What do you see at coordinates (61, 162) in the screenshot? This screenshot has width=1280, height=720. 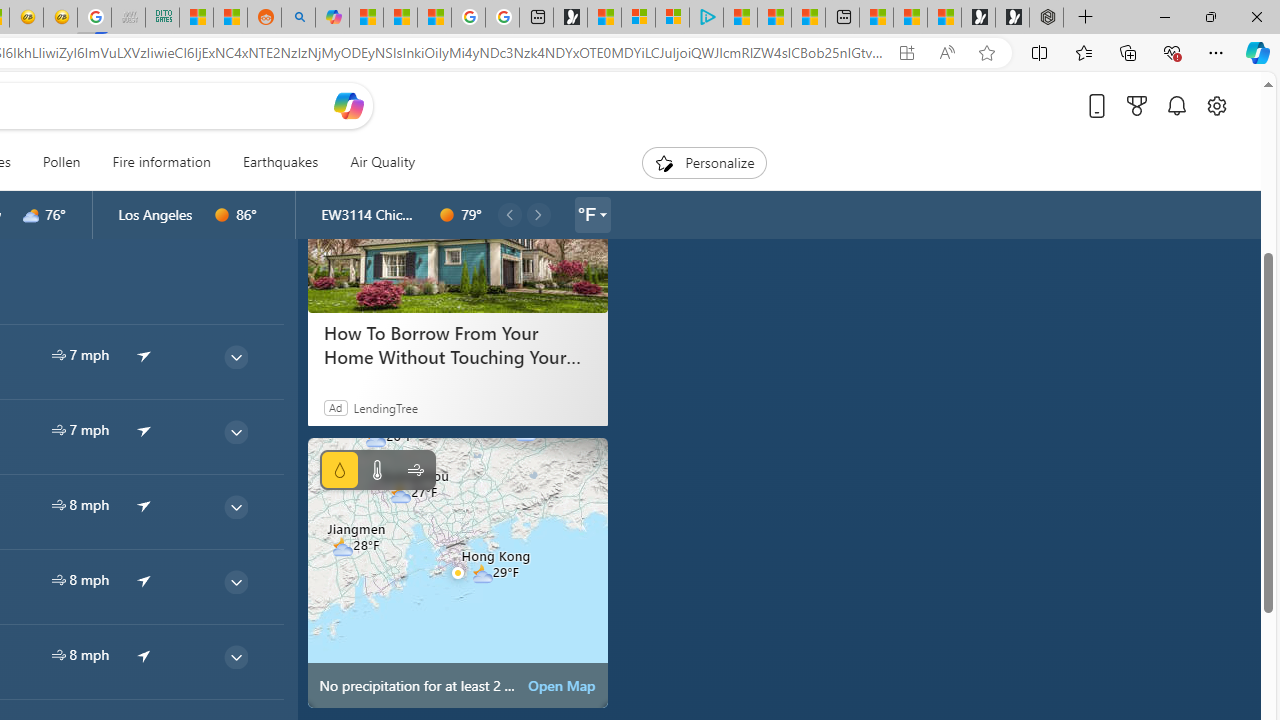 I see `'Pollen'` at bounding box center [61, 162].